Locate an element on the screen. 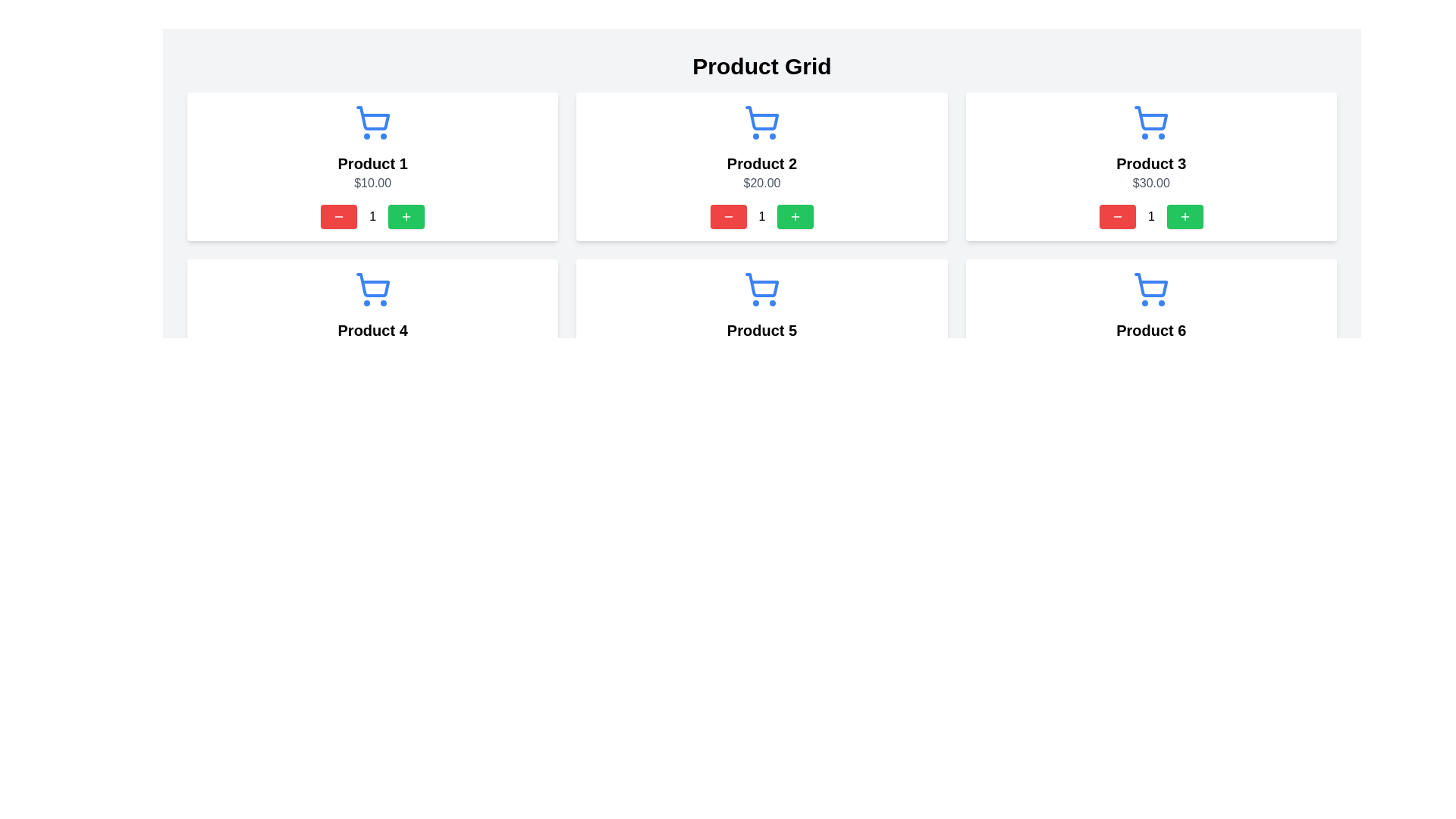 This screenshot has height=819, width=1456. the 'Product 3' text label, which is displayed in bold font within a rounded white box, located in the third card of the top row of the product grid is located at coordinates (1151, 164).